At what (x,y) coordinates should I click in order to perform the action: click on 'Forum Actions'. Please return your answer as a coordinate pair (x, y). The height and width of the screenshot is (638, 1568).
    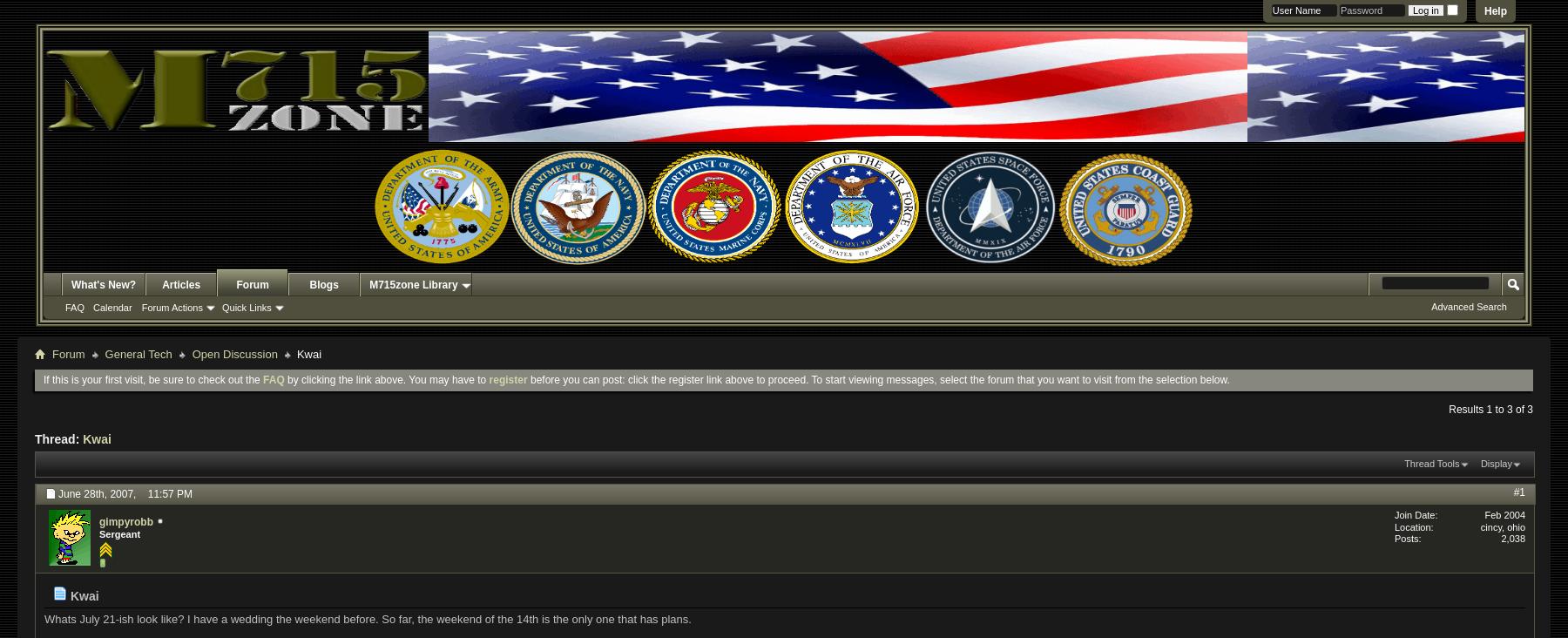
    Looking at the image, I should click on (171, 307).